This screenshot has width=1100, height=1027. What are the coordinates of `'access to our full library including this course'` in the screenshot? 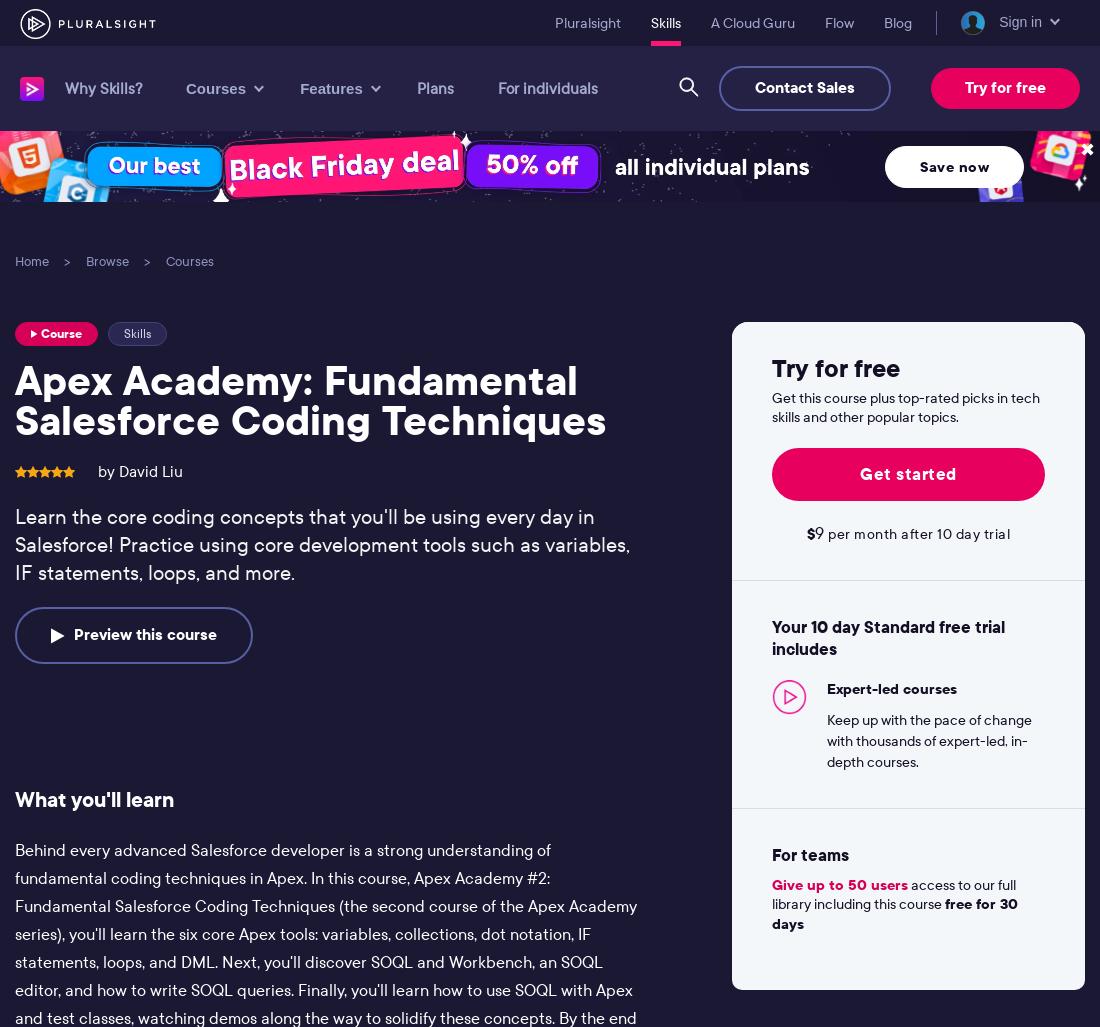 It's located at (891, 893).